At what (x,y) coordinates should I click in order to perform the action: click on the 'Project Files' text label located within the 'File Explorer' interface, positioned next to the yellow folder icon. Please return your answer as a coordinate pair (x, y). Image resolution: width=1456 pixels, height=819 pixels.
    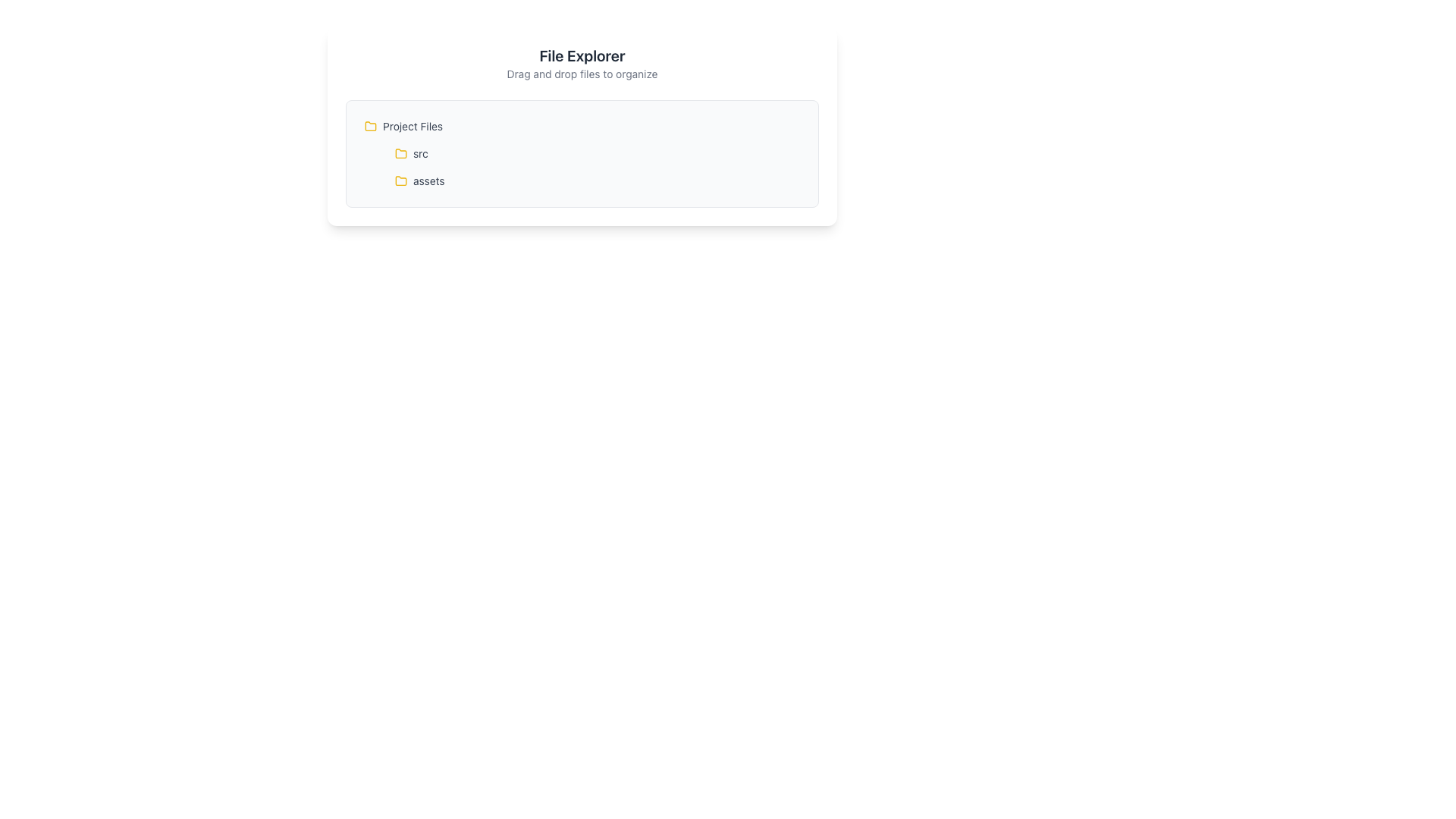
    Looking at the image, I should click on (413, 125).